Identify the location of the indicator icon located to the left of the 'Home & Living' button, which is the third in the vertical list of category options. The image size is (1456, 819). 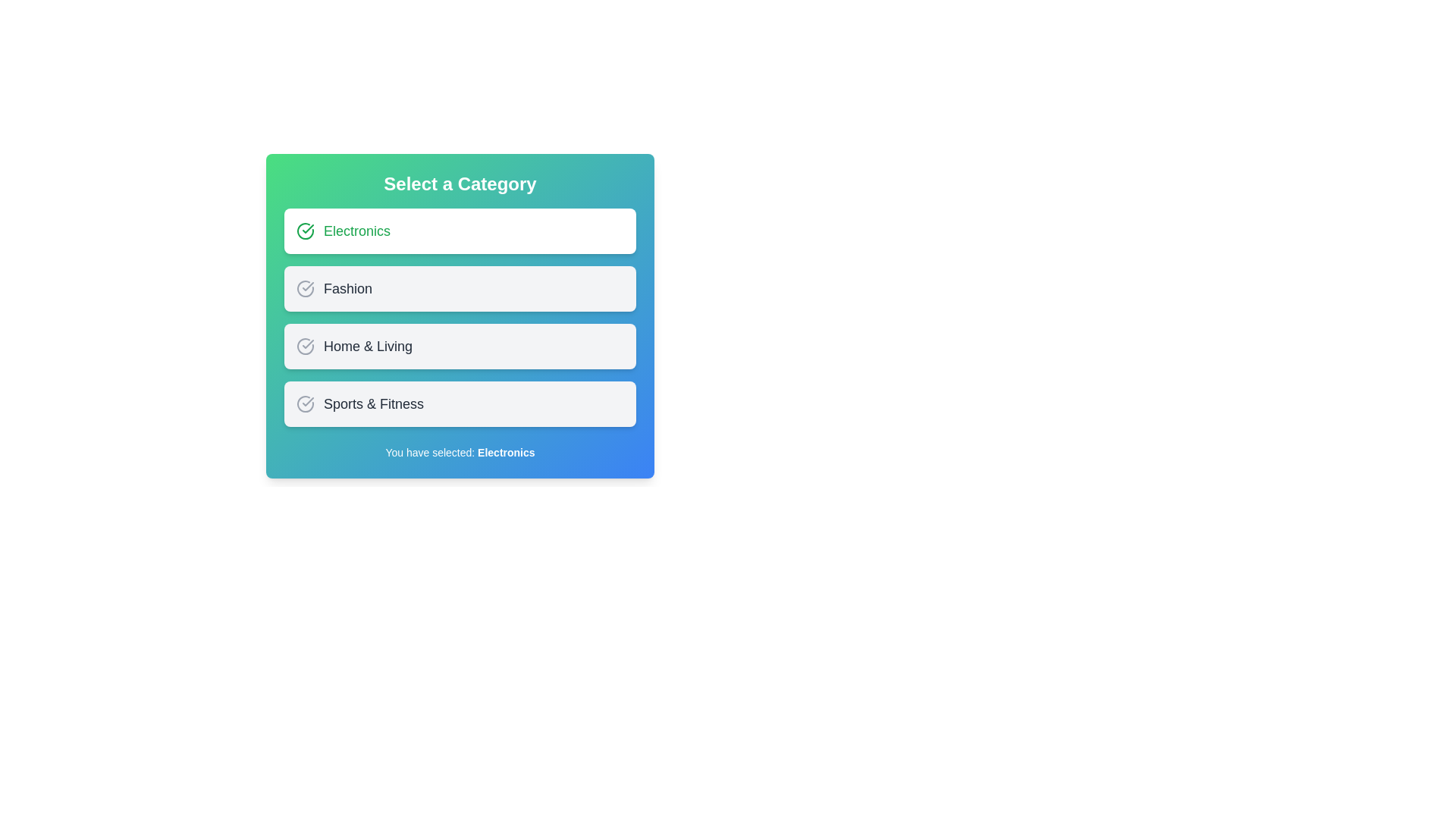
(305, 346).